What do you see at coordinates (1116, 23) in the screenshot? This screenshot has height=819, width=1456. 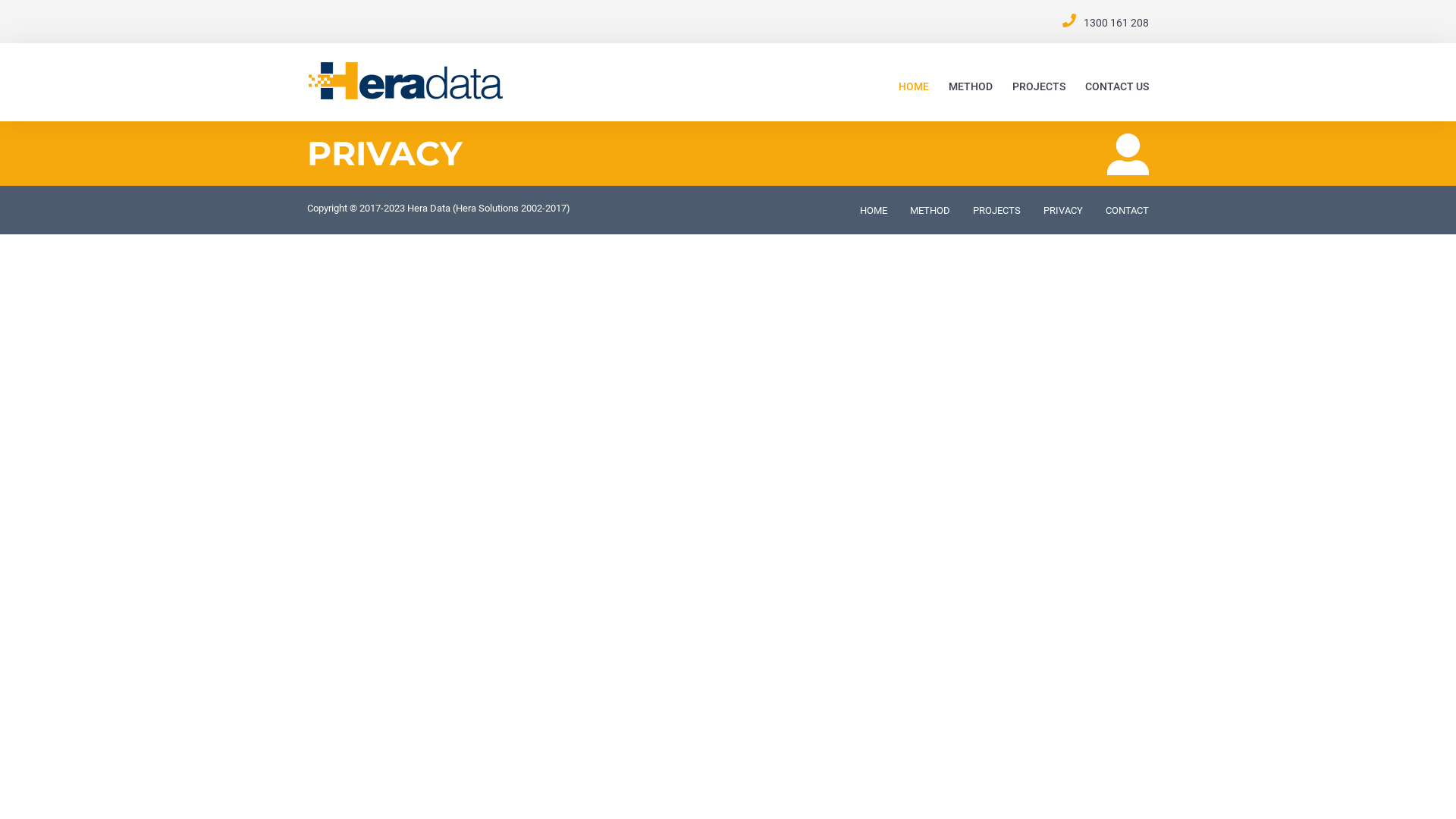 I see `'1300 161 208'` at bounding box center [1116, 23].